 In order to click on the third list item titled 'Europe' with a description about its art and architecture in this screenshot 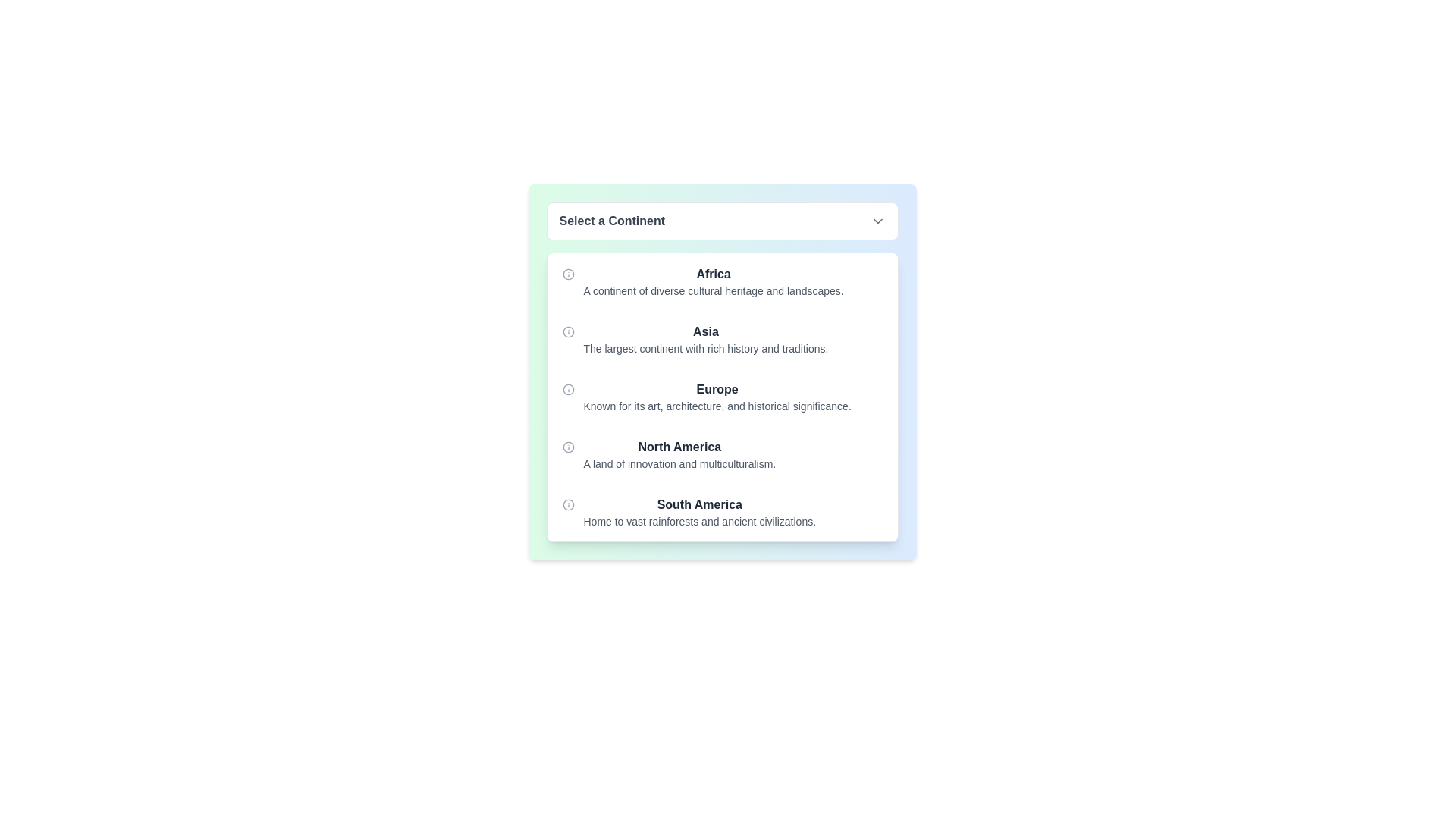, I will do `click(717, 397)`.